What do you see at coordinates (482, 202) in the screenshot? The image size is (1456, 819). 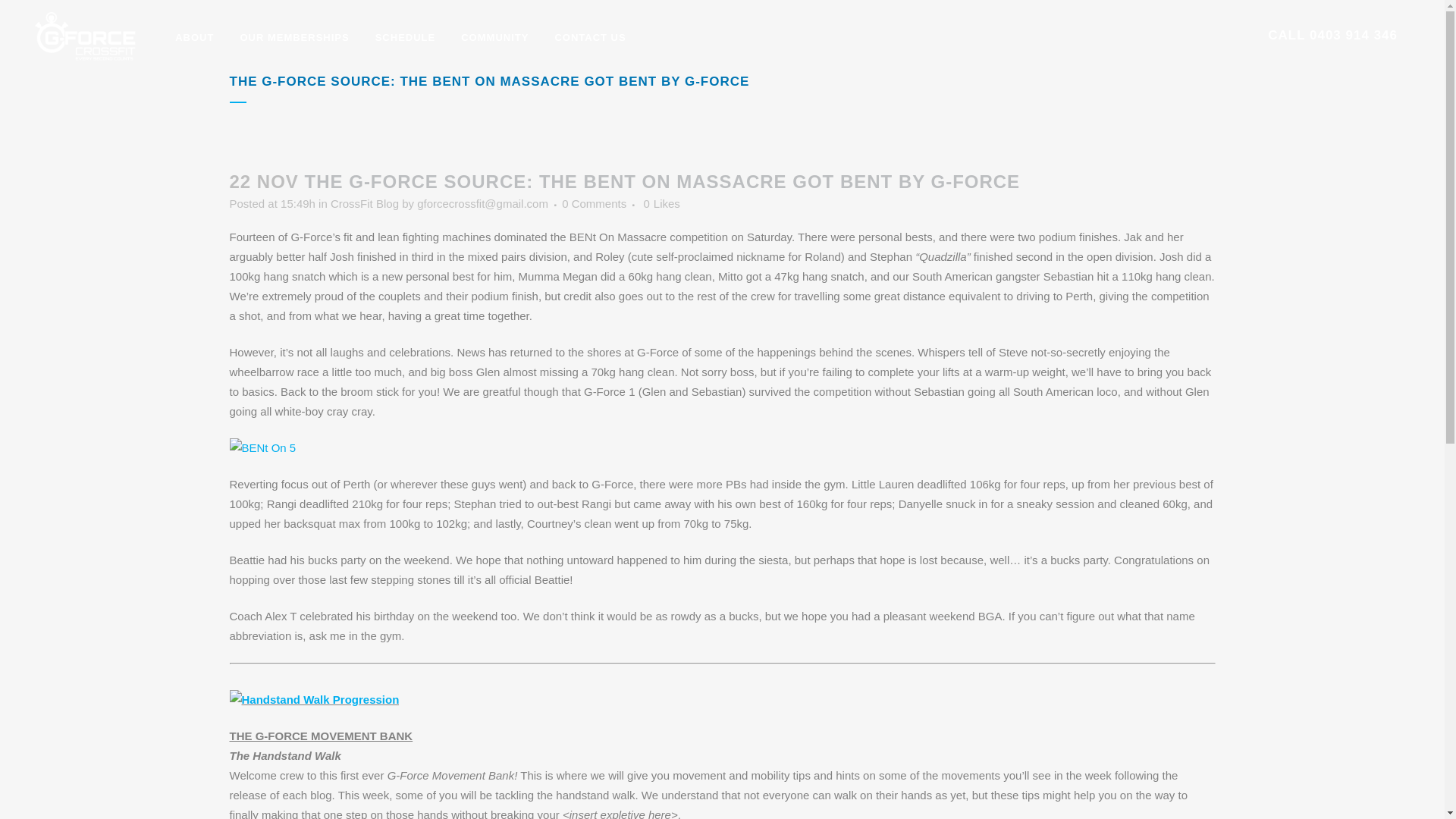 I see `'gforcecrossfit@gmail.com'` at bounding box center [482, 202].